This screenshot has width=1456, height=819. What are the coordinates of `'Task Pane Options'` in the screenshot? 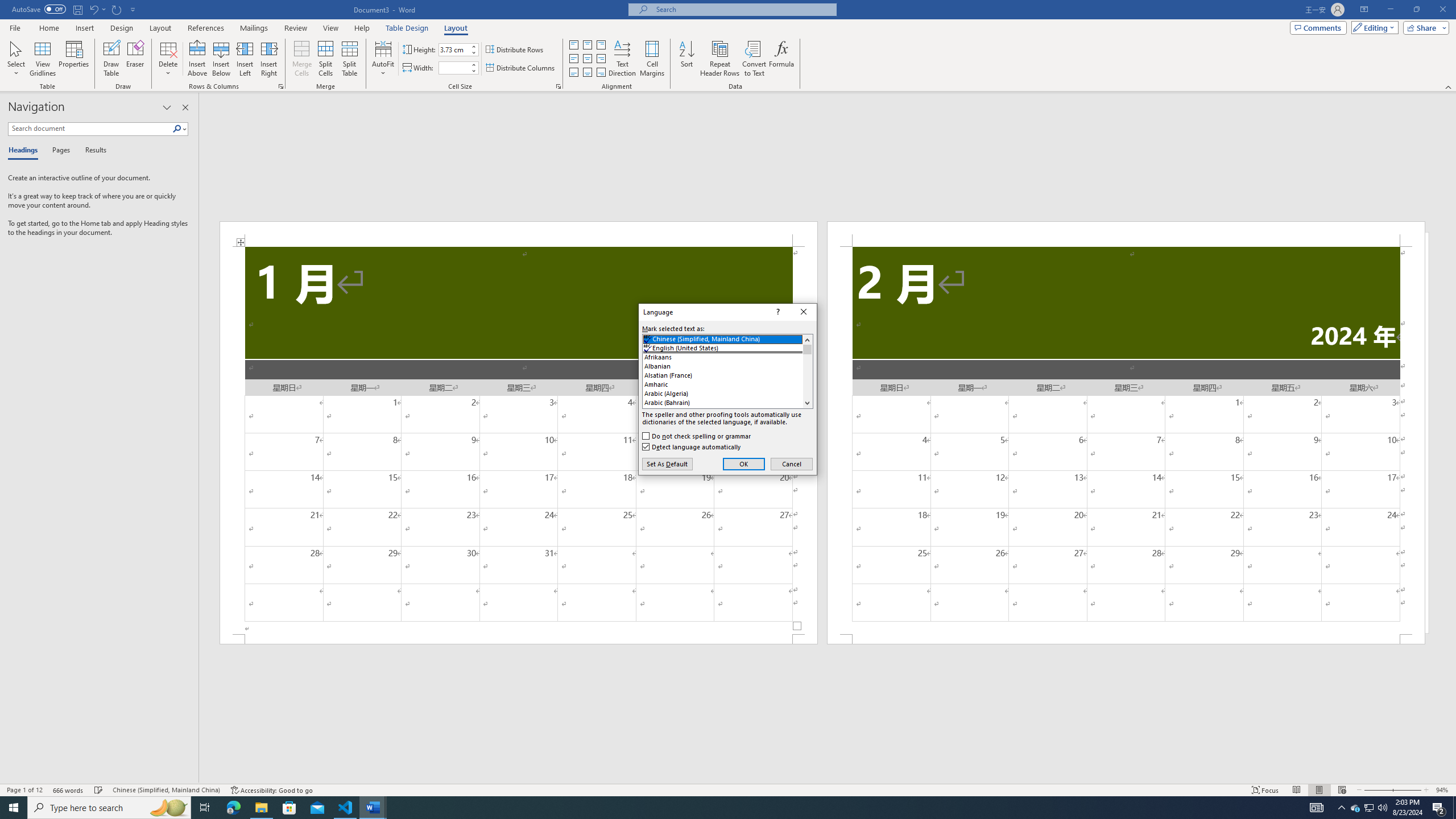 It's located at (167, 107).